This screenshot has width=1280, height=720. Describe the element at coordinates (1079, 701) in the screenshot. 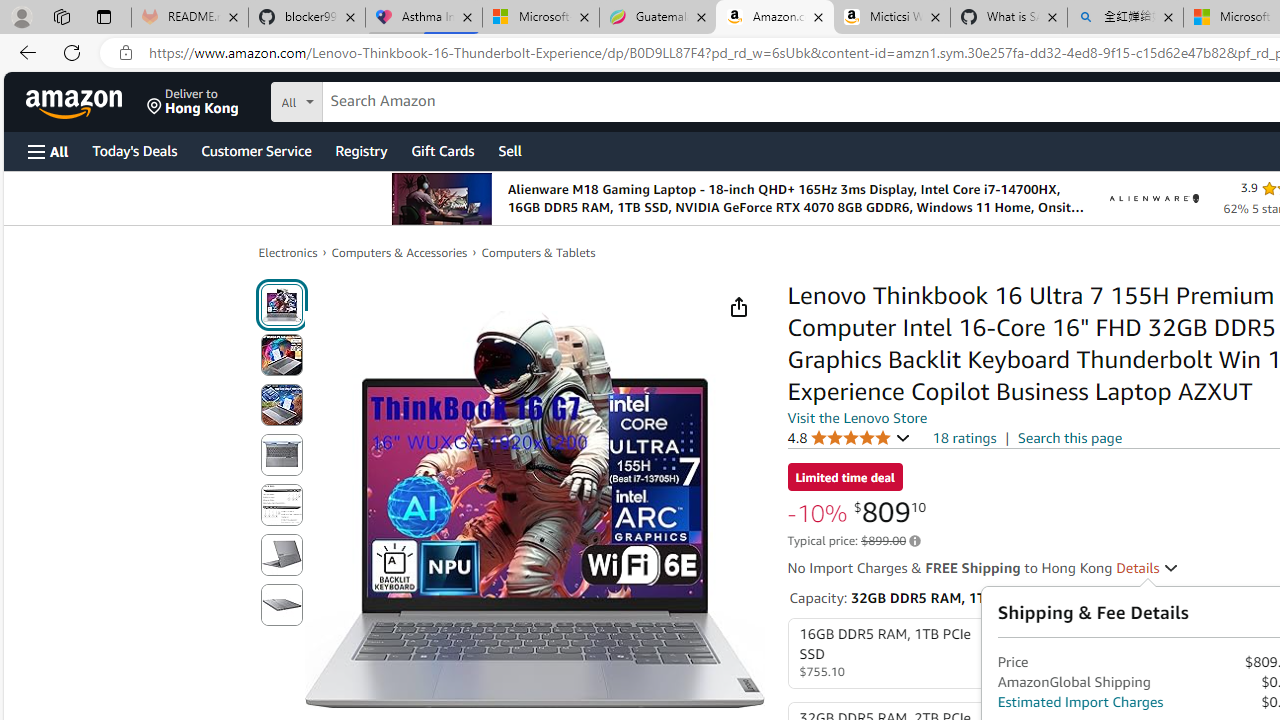

I see `'Estimated Import Charges'` at that location.